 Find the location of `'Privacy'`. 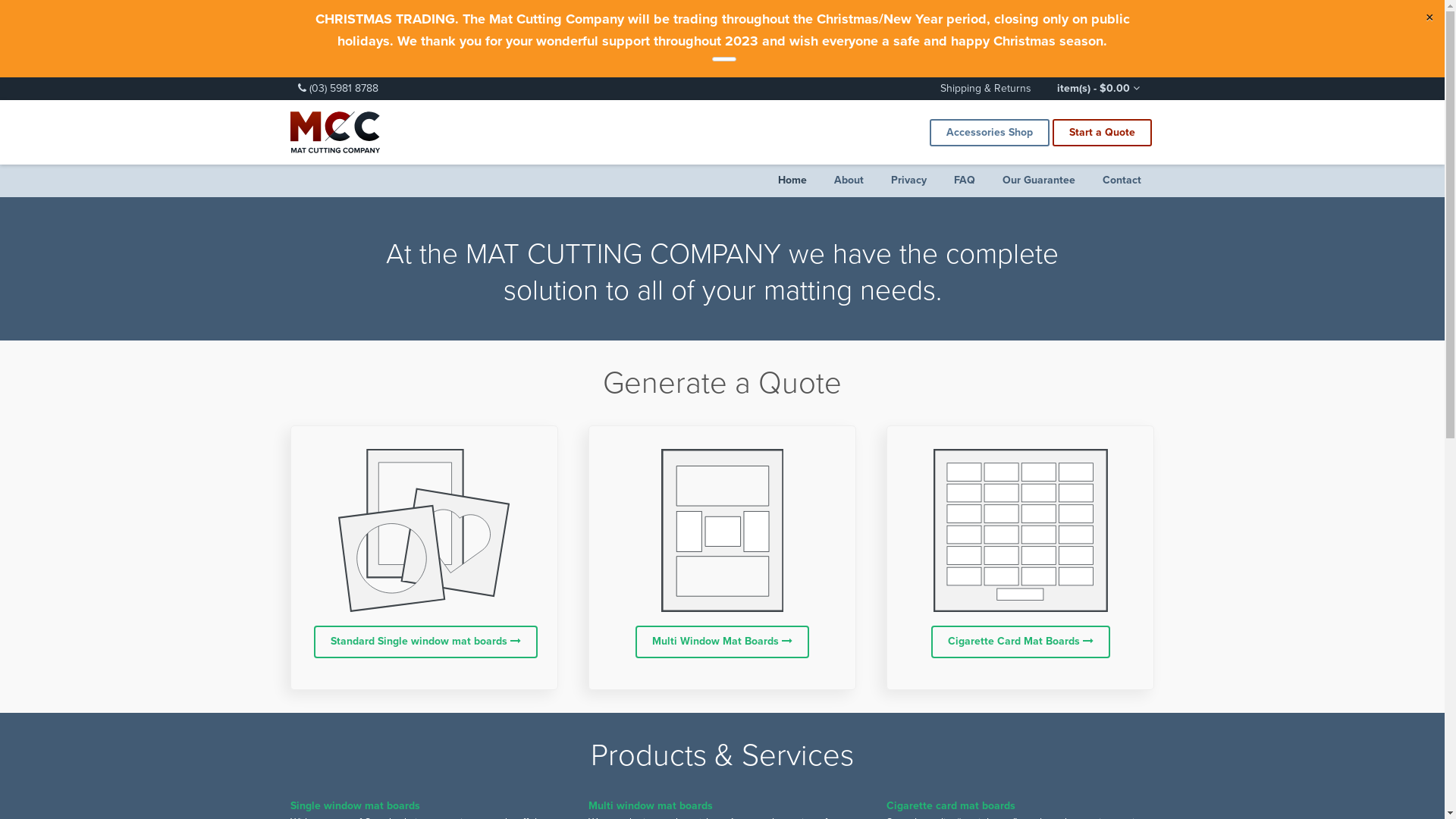

'Privacy' is located at coordinates (908, 180).